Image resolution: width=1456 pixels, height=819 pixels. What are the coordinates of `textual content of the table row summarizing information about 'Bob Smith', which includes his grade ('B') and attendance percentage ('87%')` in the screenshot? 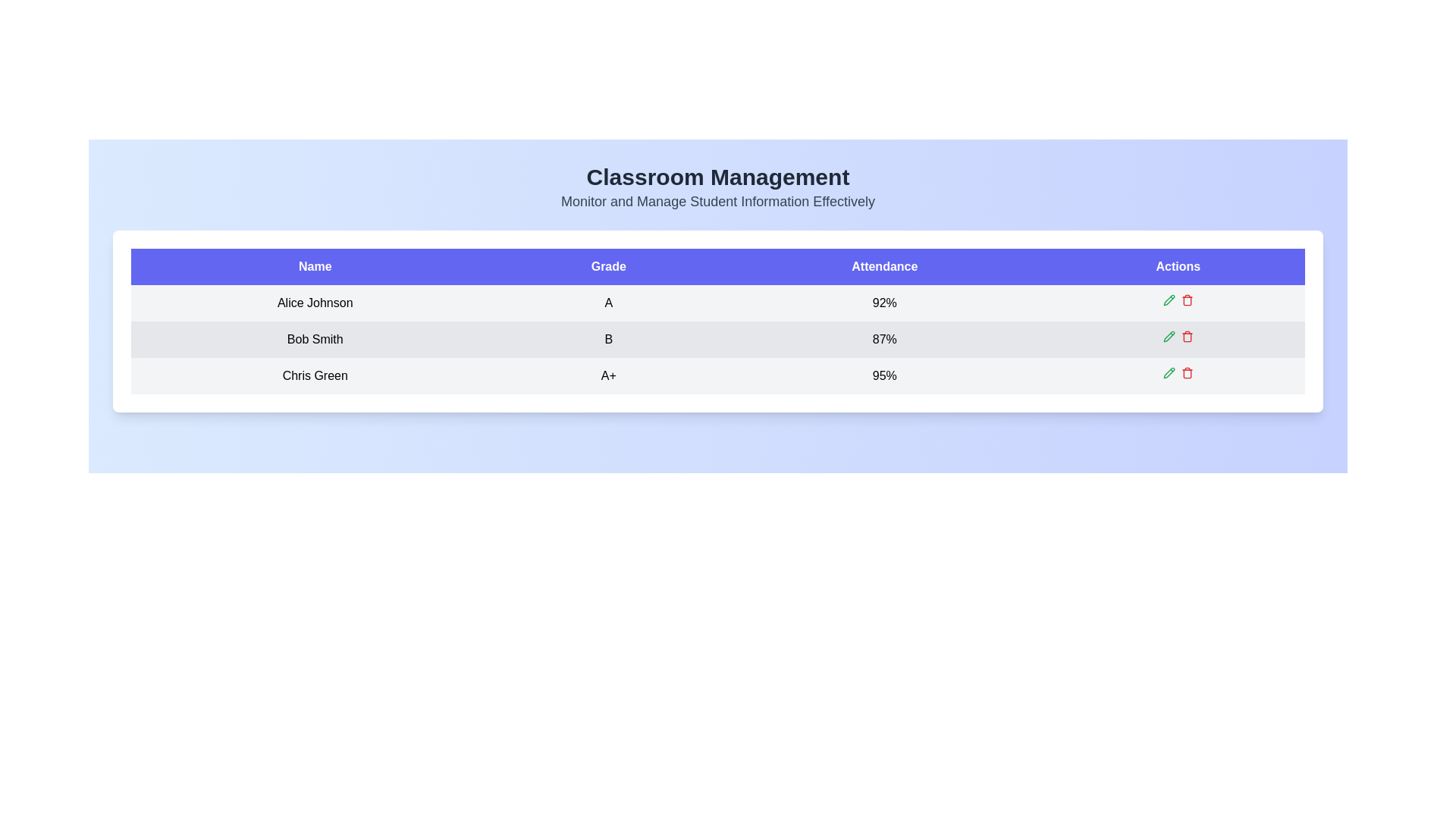 It's located at (717, 338).